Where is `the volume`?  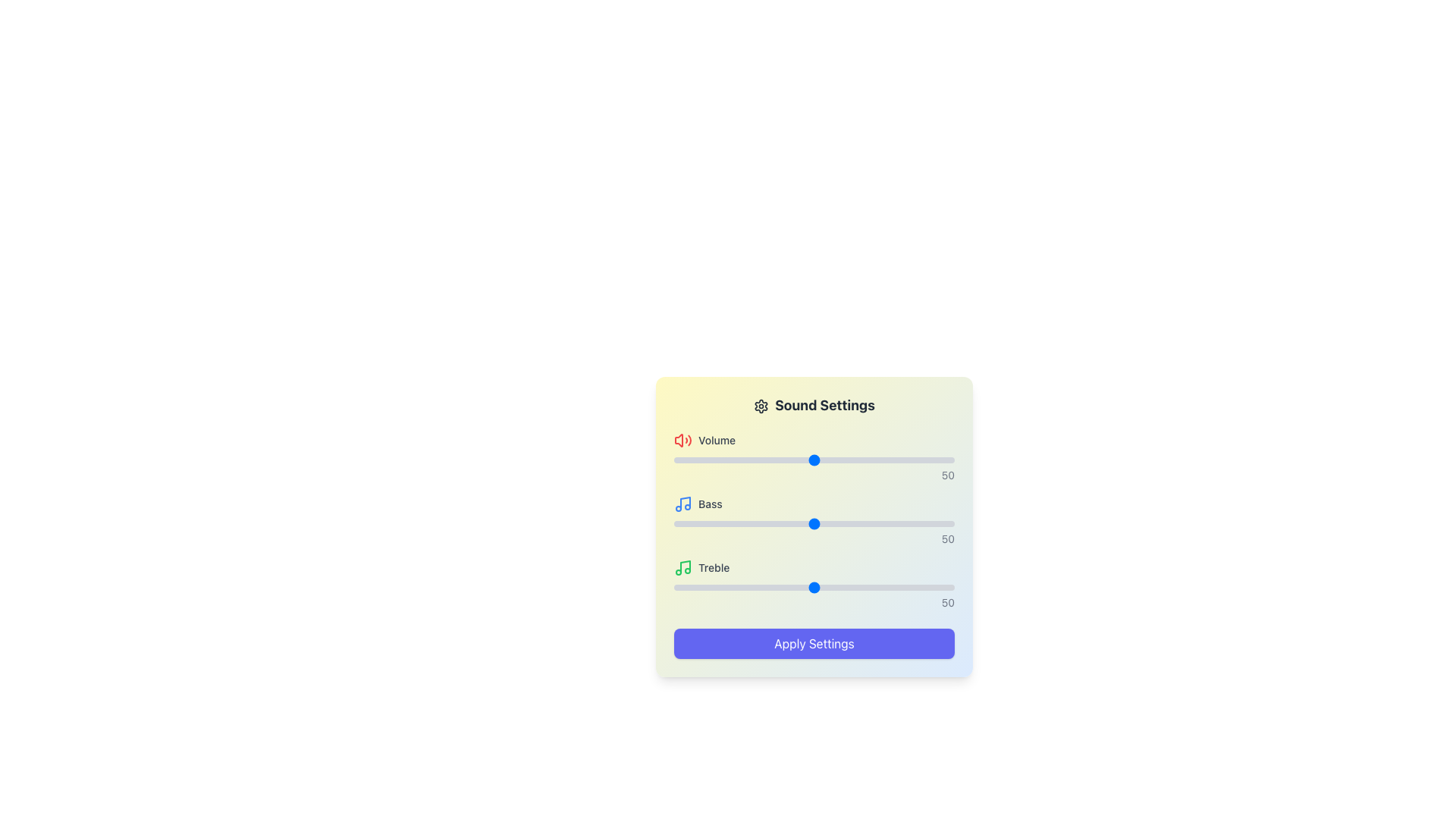 the volume is located at coordinates (772, 459).